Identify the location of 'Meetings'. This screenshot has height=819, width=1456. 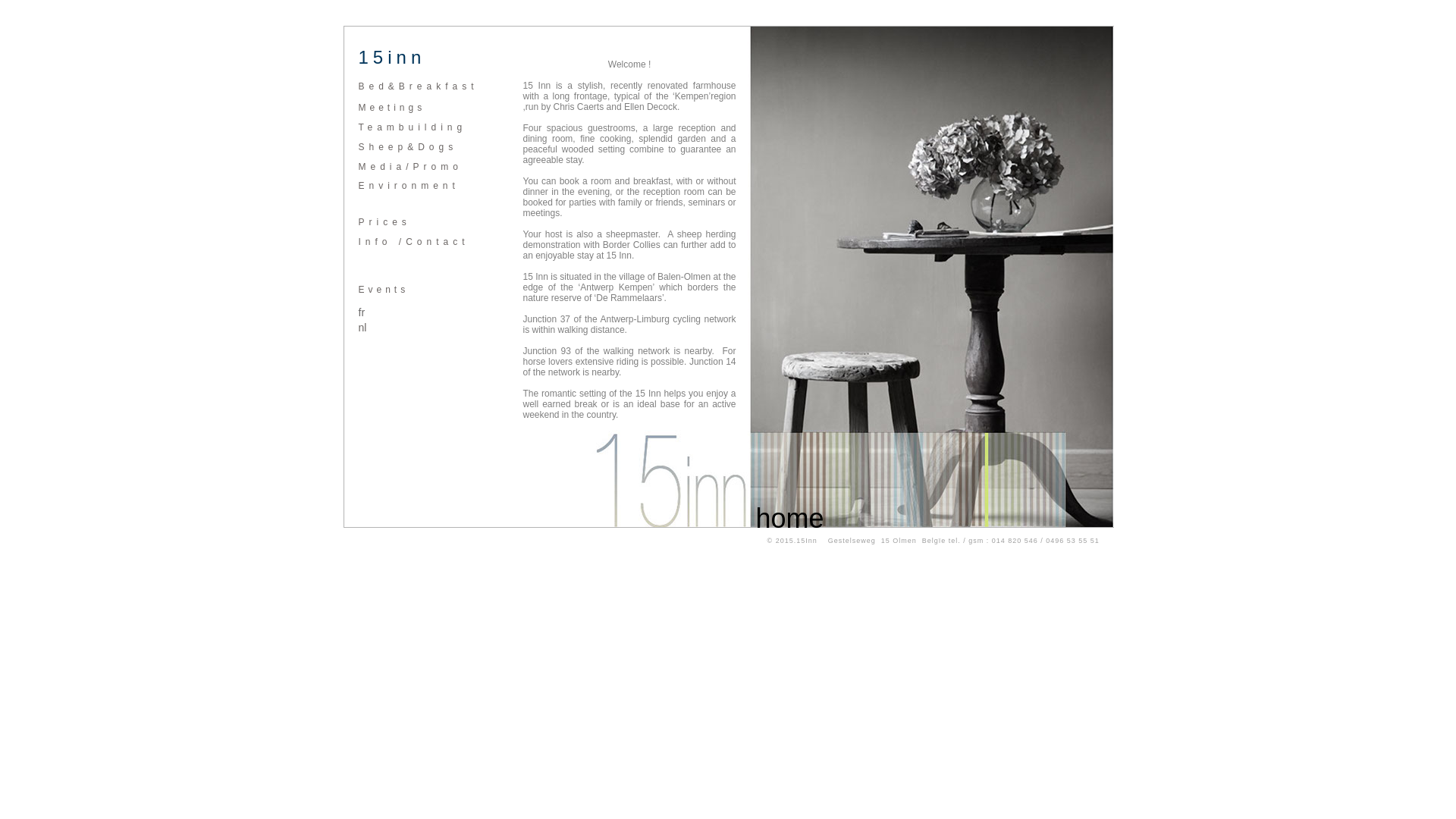
(391, 107).